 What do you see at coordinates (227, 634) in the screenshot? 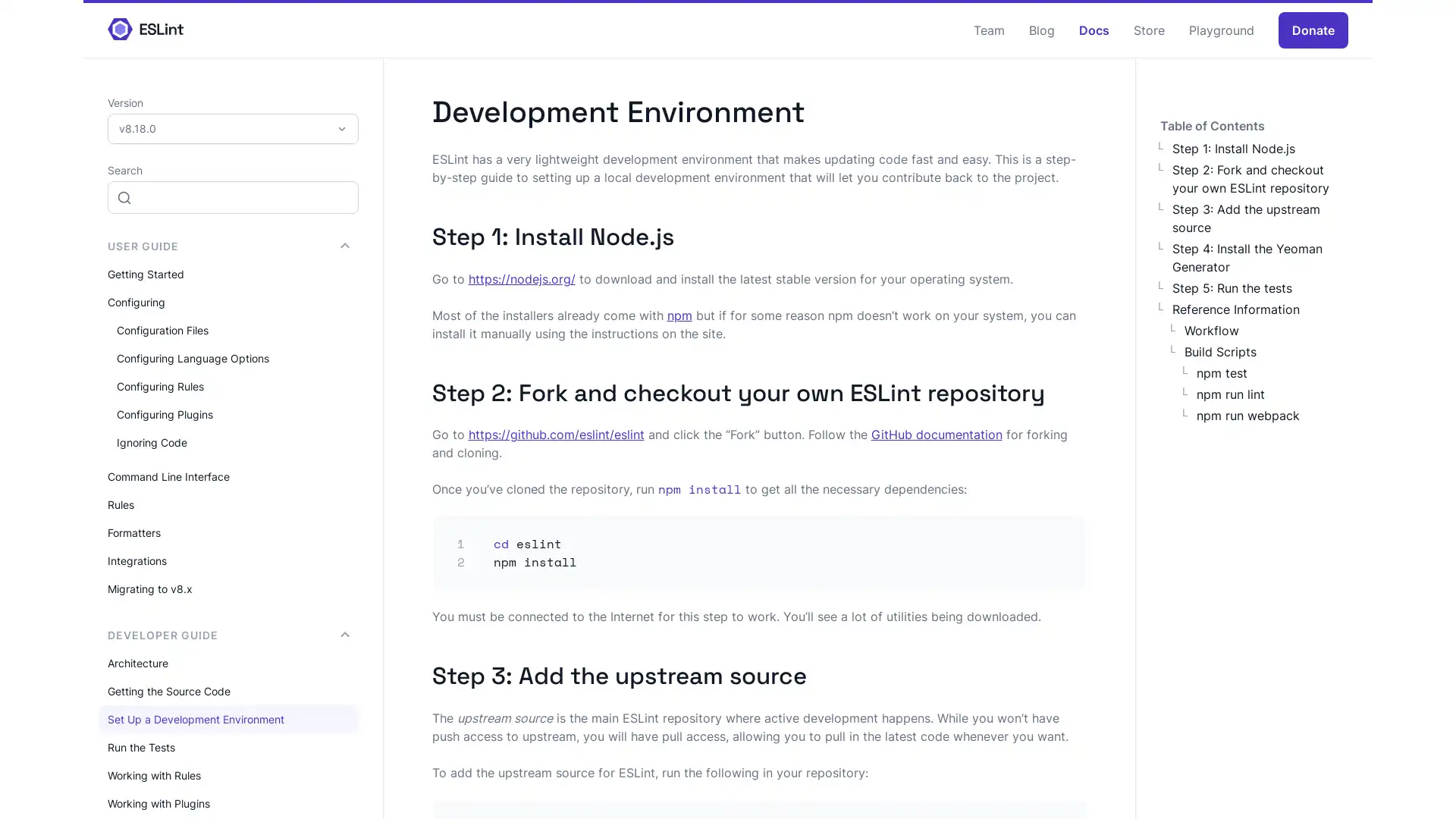
I see `DEVELOPER GUIDE` at bounding box center [227, 634].